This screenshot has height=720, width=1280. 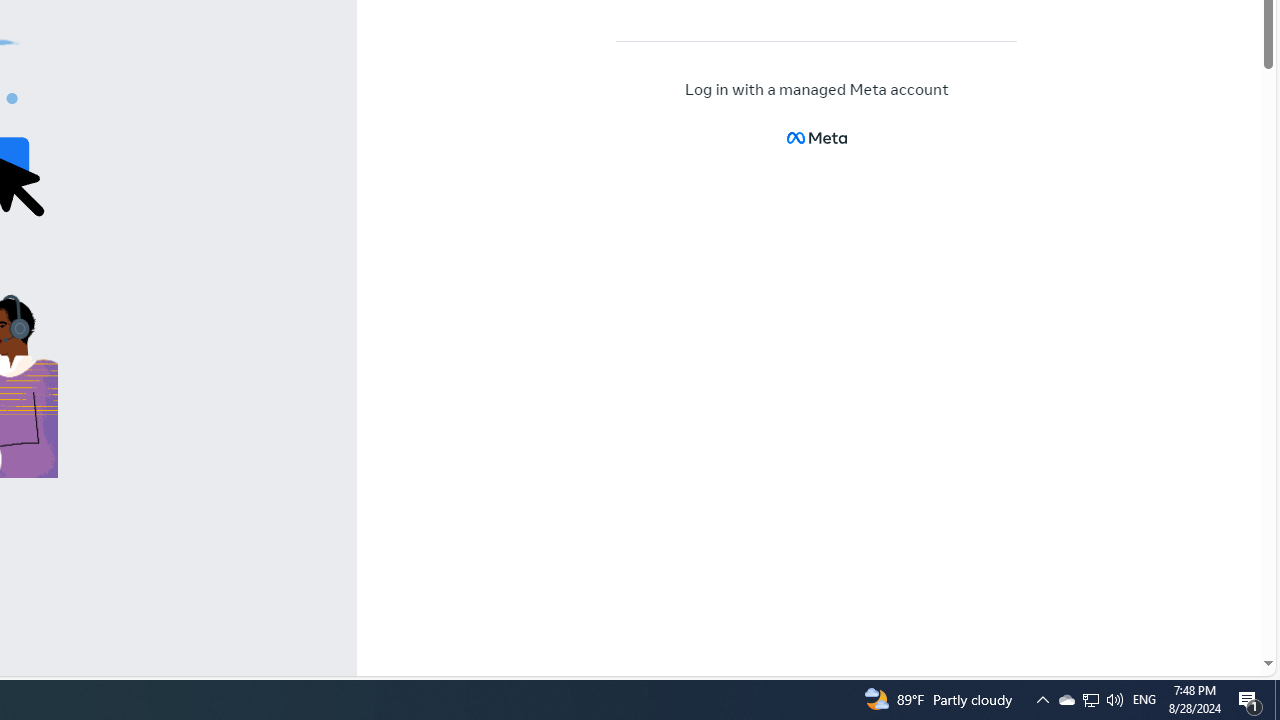 What do you see at coordinates (817, 90) in the screenshot?
I see `'Log in with a managed Meta account'` at bounding box center [817, 90].